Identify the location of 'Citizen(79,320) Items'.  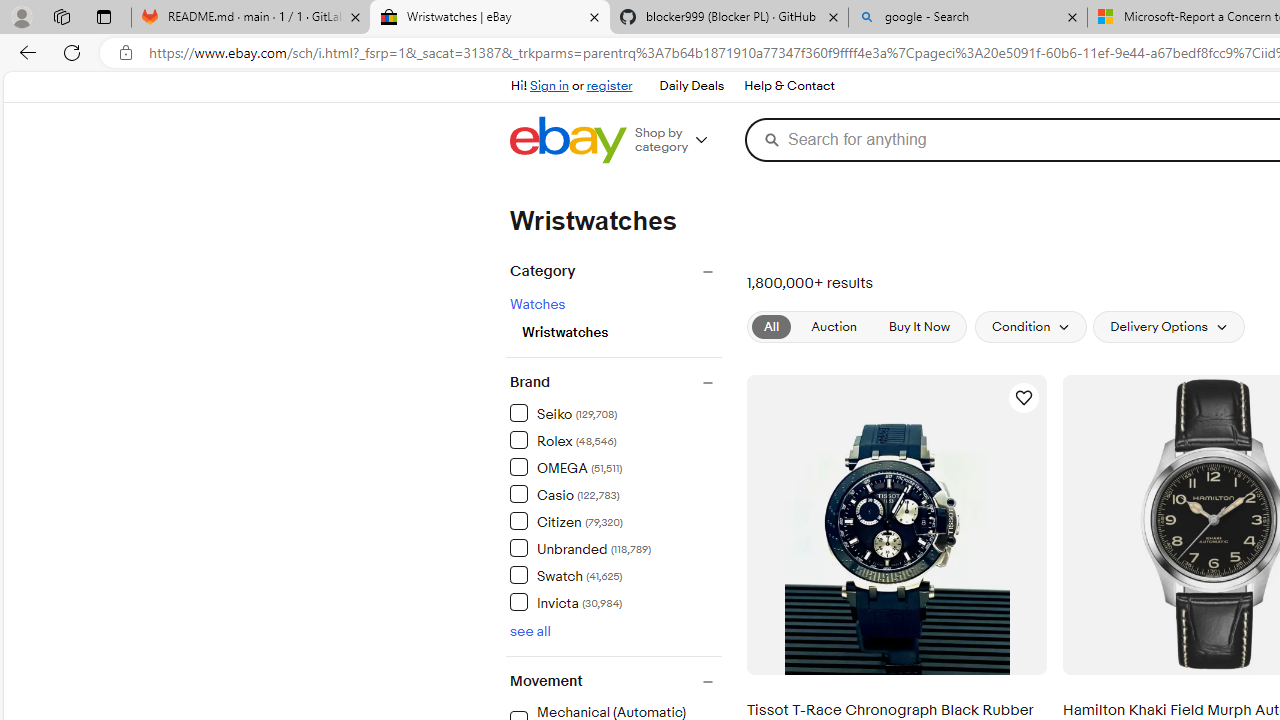
(614, 519).